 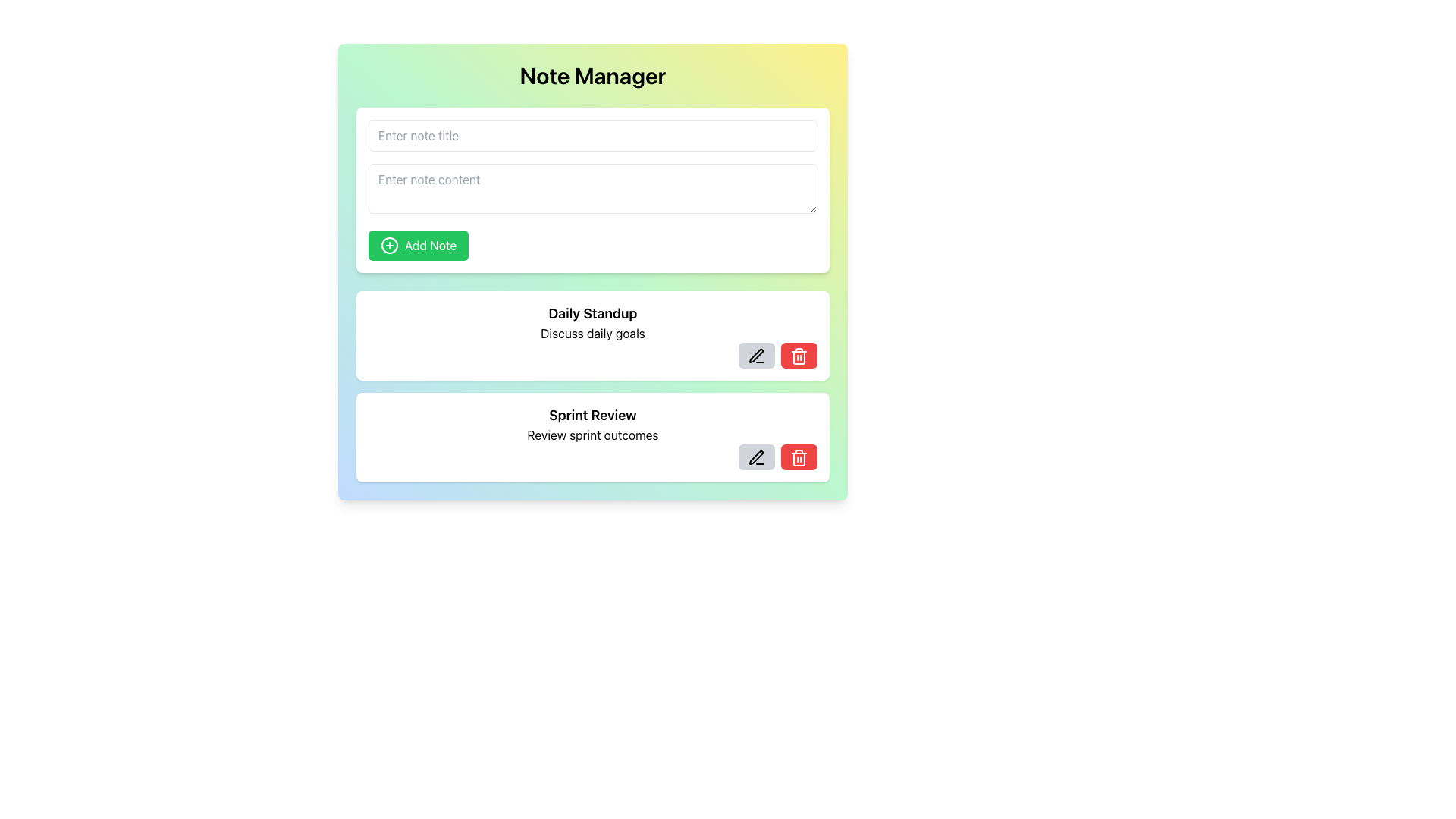 What do you see at coordinates (757, 356) in the screenshot?
I see `the pencil icon button to initiate editing in the second note titled 'Sprint Review', located to the left of the red delete button` at bounding box center [757, 356].